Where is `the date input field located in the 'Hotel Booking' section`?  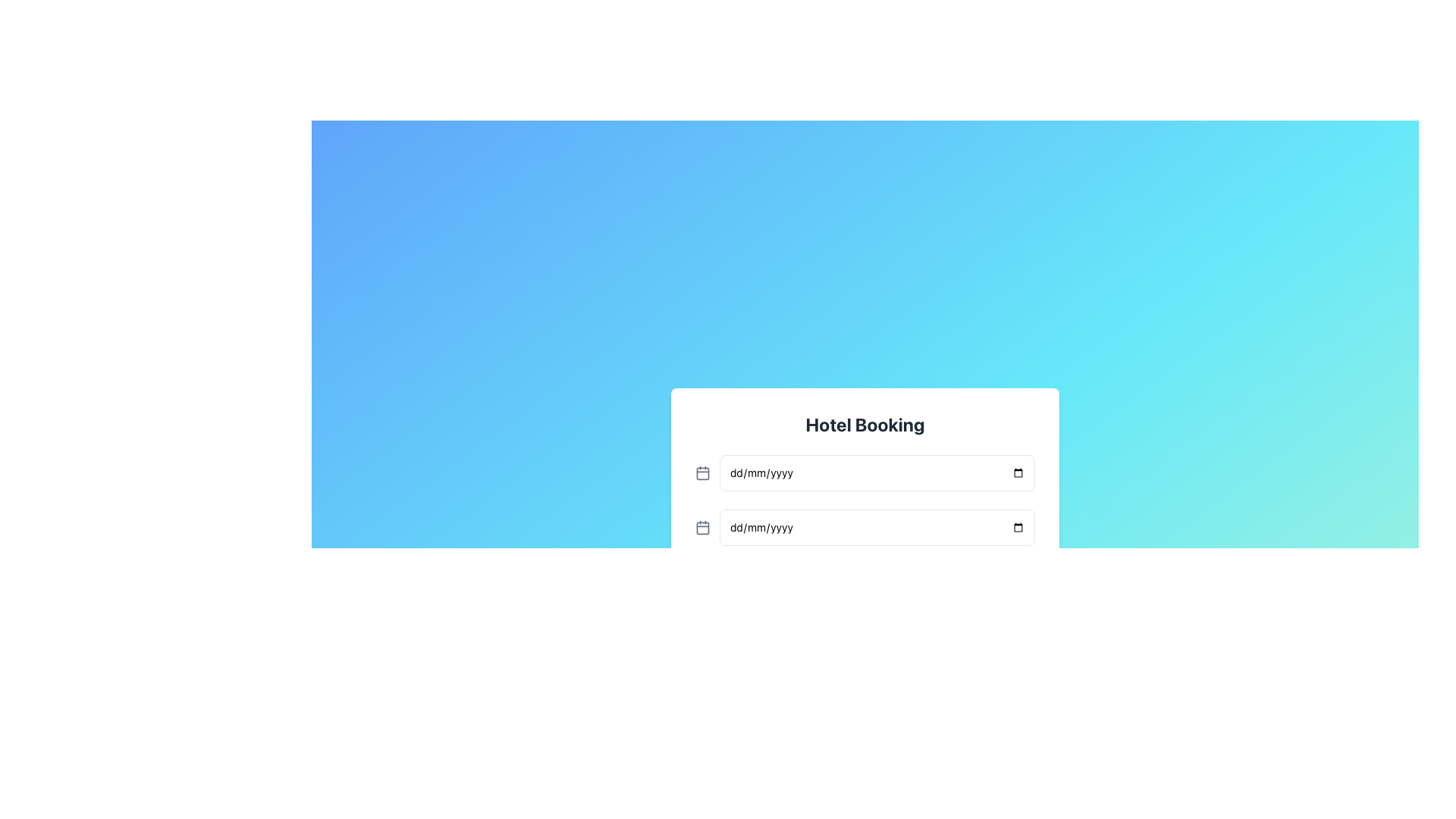
the date input field located in the 'Hotel Booking' section is located at coordinates (865, 551).